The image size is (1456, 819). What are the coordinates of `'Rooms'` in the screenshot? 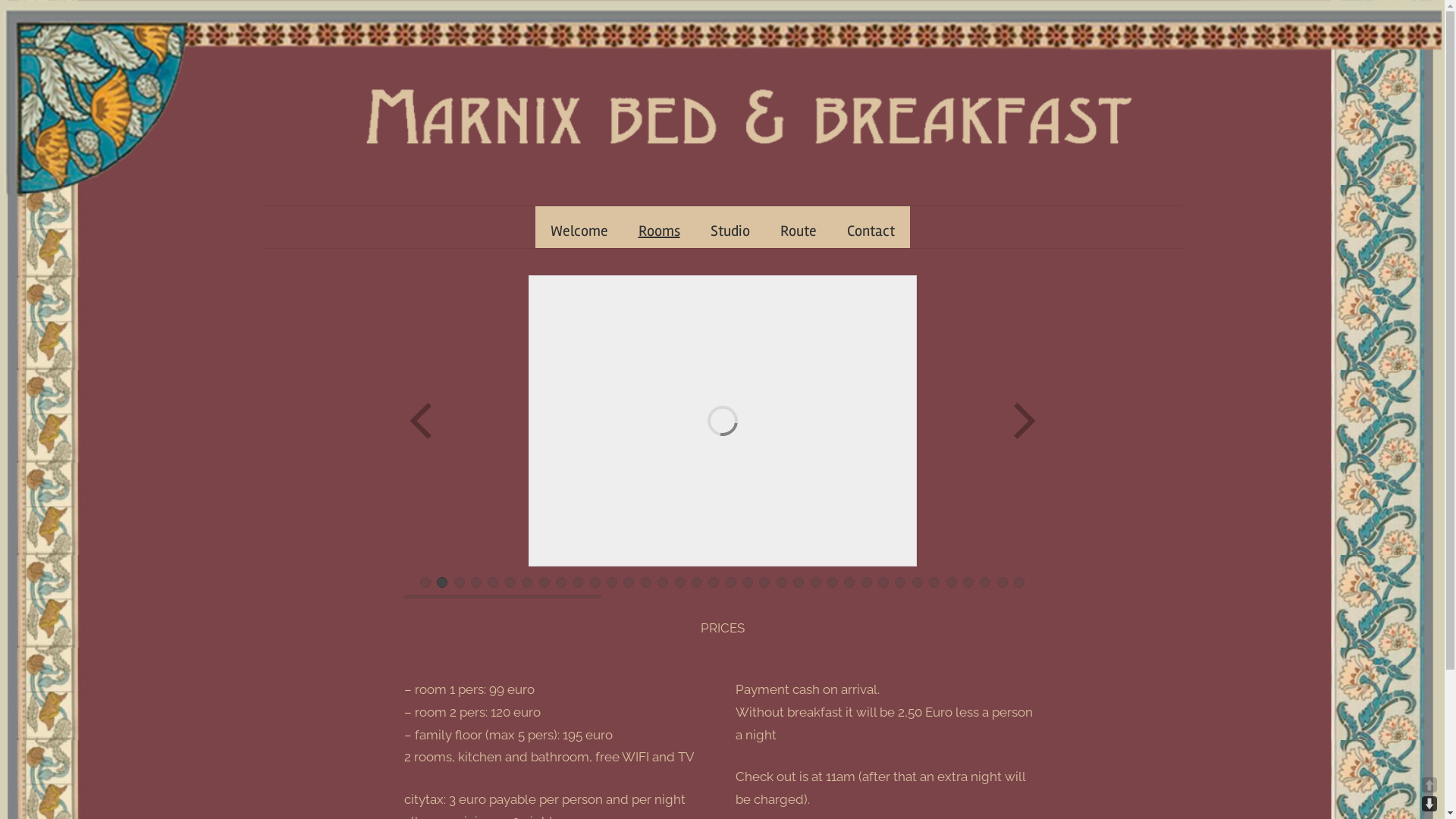 It's located at (659, 231).